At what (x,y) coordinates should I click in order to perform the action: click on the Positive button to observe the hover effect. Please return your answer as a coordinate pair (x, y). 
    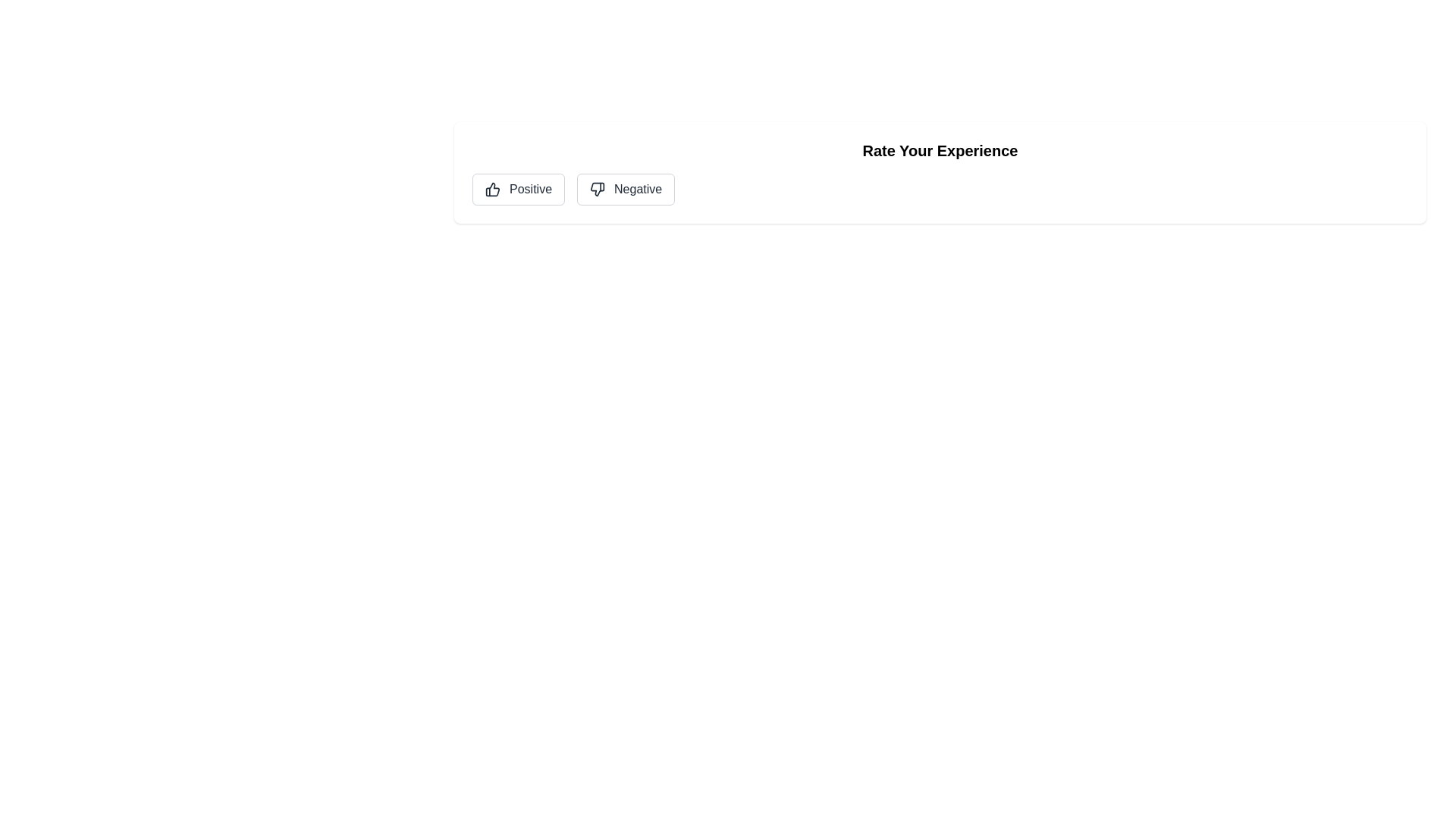
    Looking at the image, I should click on (519, 189).